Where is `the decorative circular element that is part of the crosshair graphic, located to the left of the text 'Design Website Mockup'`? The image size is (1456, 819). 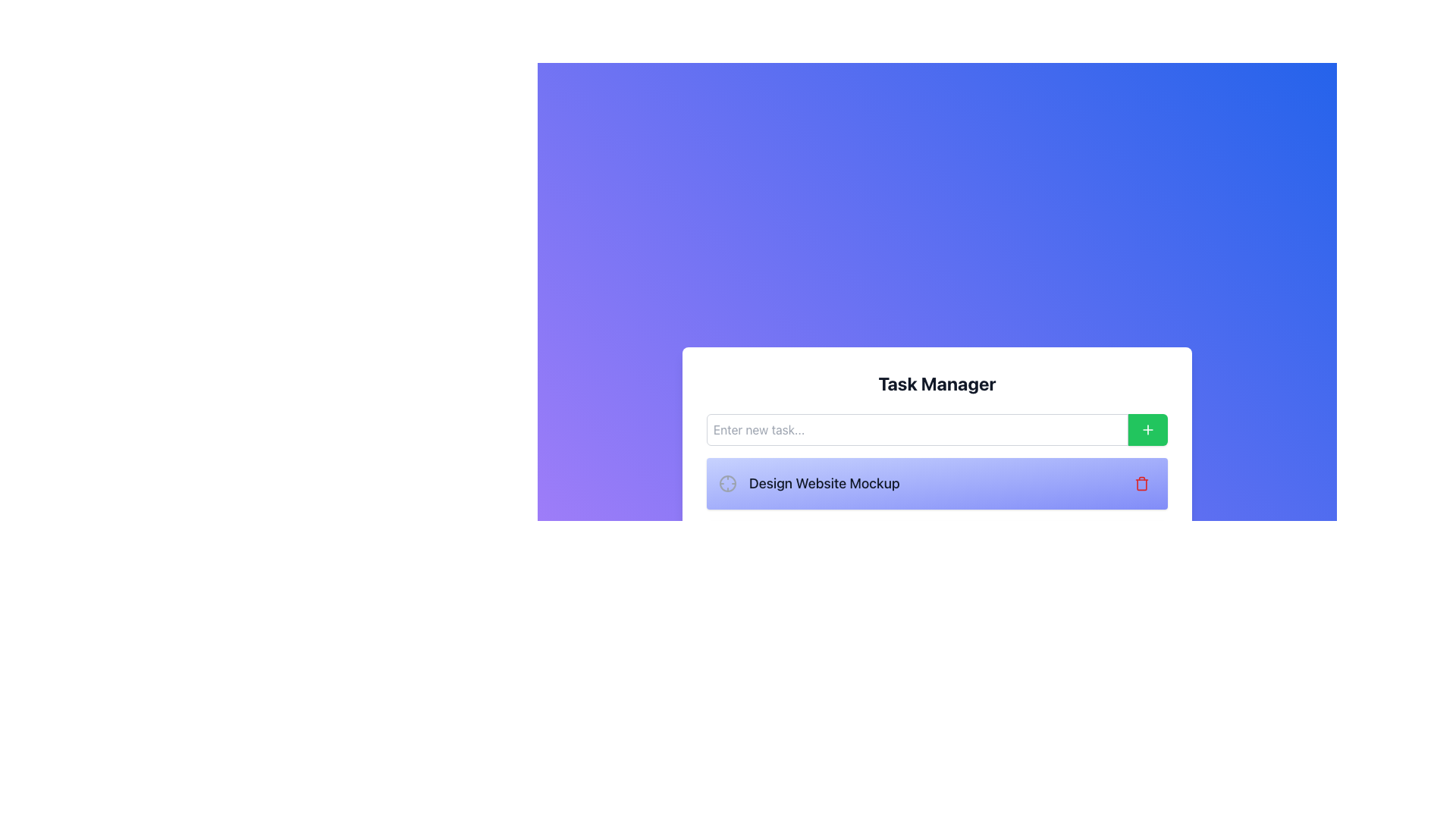
the decorative circular element that is part of the crosshair graphic, located to the left of the text 'Design Website Mockup' is located at coordinates (728, 483).